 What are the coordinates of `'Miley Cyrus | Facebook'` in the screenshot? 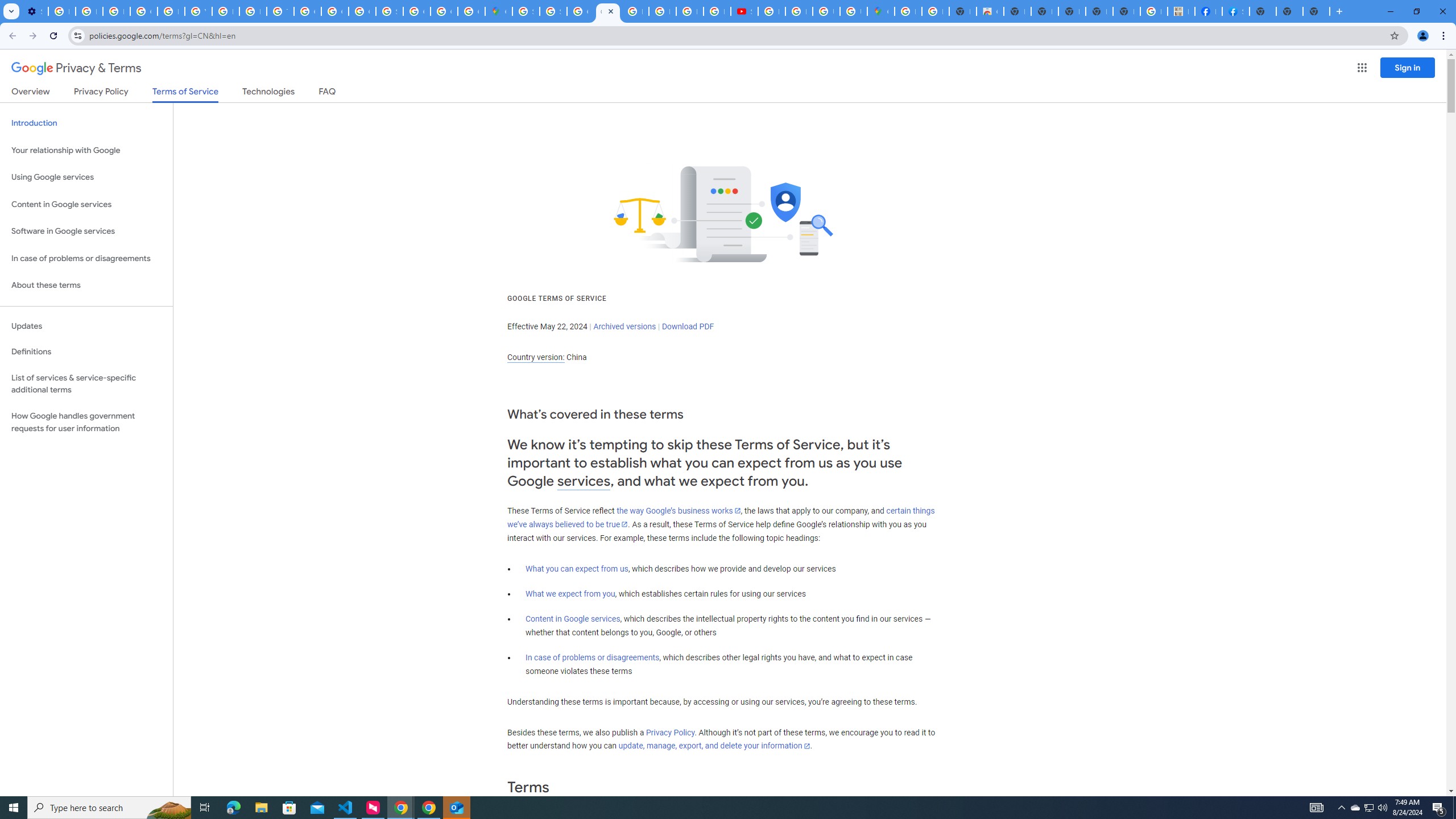 It's located at (1207, 11).